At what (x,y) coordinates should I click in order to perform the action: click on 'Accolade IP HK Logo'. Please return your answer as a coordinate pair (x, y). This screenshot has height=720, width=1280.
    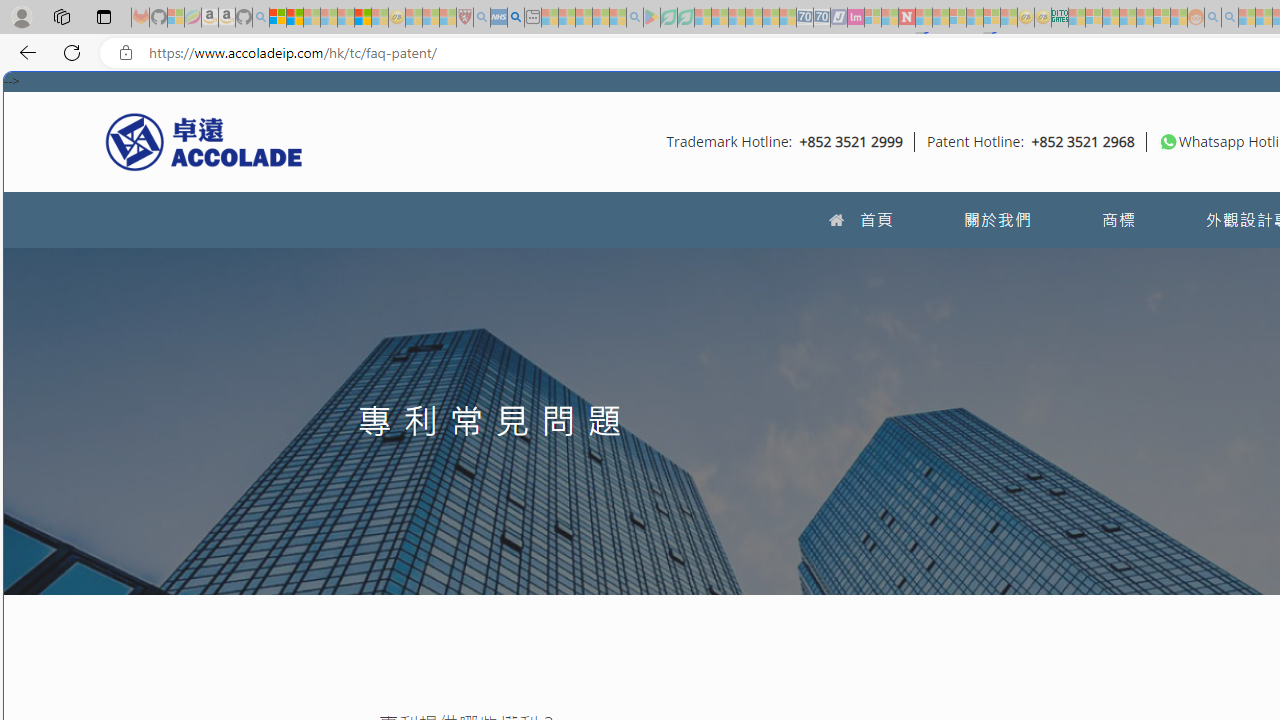
    Looking at the image, I should click on (204, 140).